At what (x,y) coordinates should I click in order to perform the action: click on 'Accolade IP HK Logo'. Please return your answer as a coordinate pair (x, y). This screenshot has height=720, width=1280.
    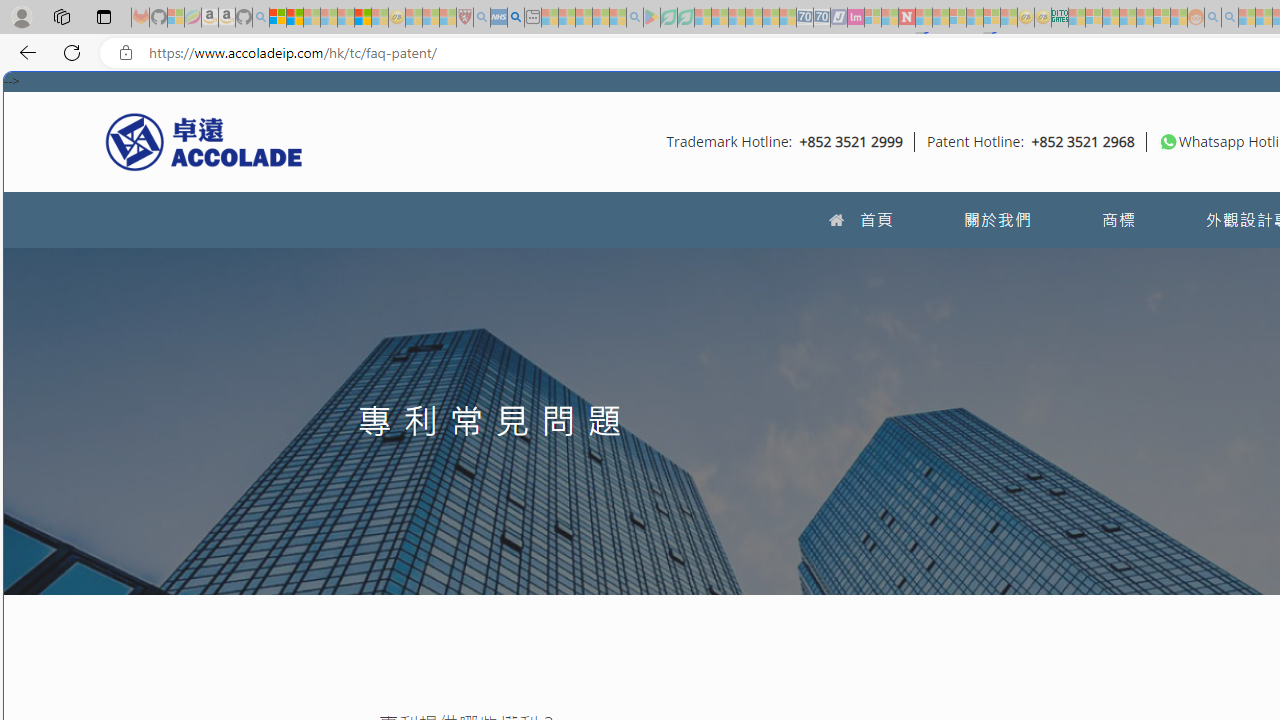
    Looking at the image, I should click on (204, 140).